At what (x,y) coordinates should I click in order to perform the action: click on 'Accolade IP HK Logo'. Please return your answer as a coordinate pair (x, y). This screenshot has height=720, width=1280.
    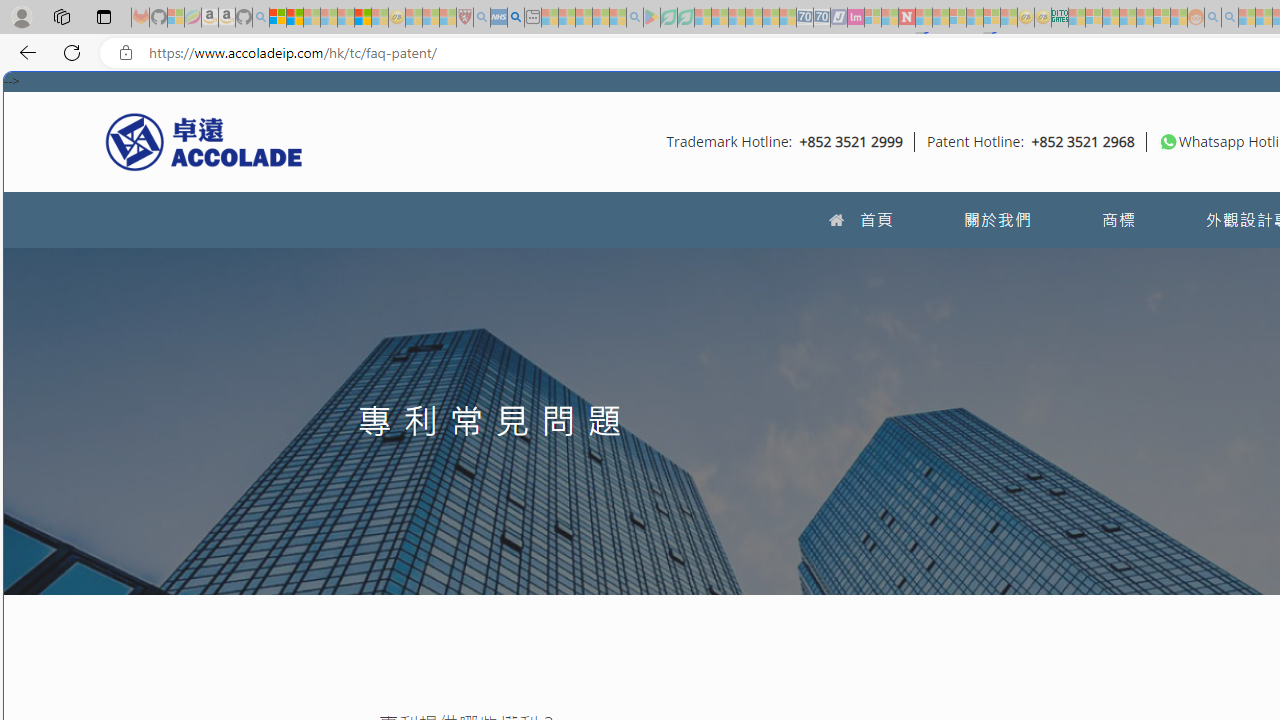
    Looking at the image, I should click on (204, 140).